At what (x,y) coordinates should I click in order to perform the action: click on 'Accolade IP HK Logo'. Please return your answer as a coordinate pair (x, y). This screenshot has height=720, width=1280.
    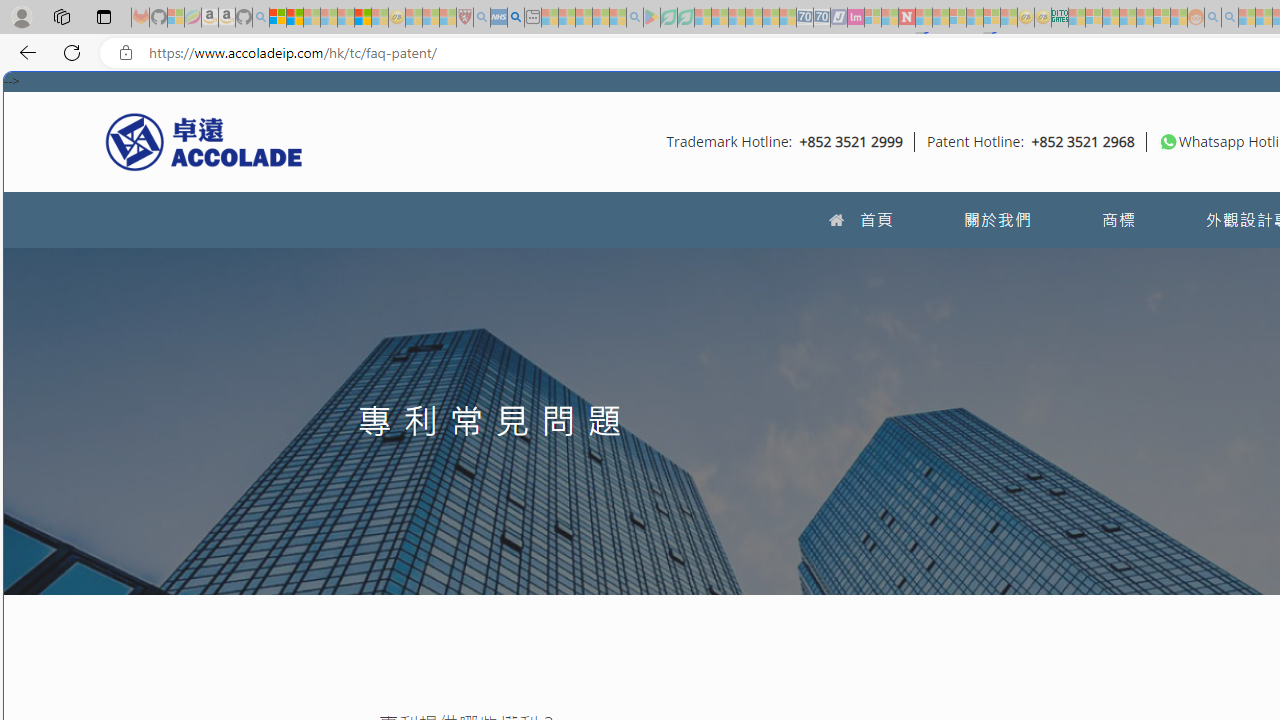
    Looking at the image, I should click on (204, 140).